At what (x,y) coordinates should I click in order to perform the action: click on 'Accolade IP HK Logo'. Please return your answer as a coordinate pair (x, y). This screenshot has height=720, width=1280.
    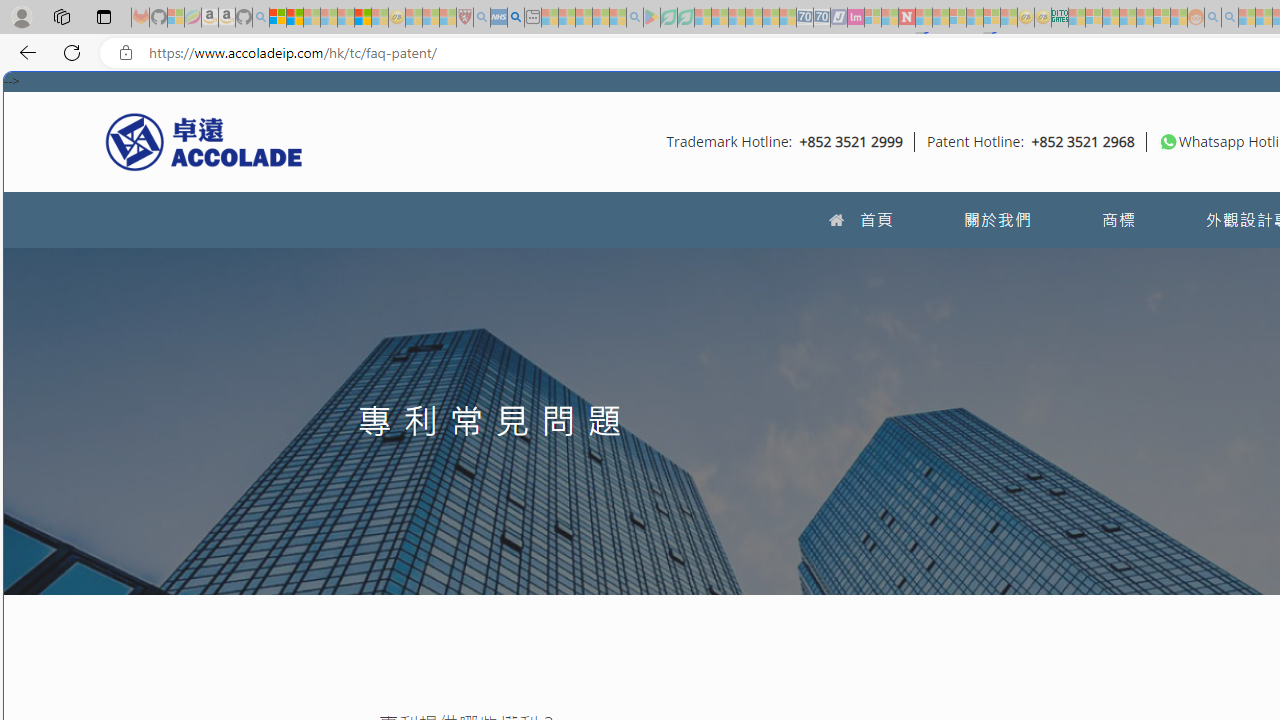
    Looking at the image, I should click on (204, 140).